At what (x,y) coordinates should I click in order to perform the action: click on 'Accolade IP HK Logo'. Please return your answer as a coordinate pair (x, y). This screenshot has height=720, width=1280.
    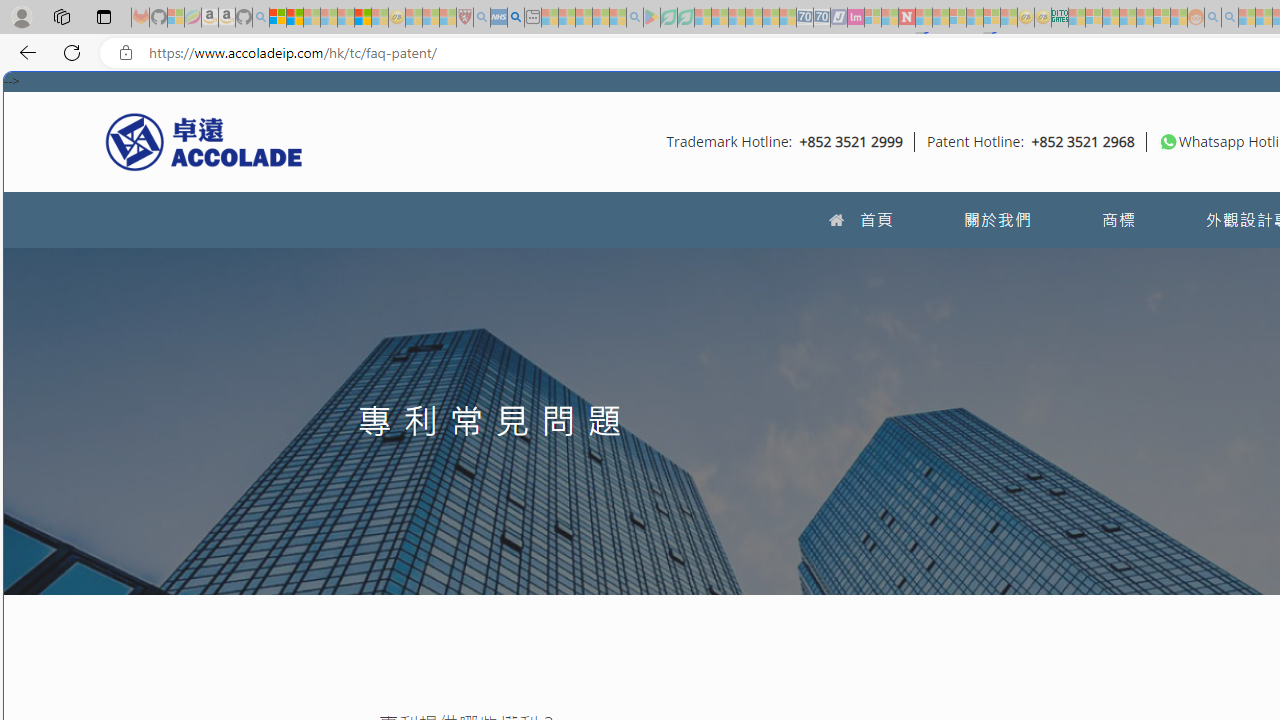
    Looking at the image, I should click on (204, 140).